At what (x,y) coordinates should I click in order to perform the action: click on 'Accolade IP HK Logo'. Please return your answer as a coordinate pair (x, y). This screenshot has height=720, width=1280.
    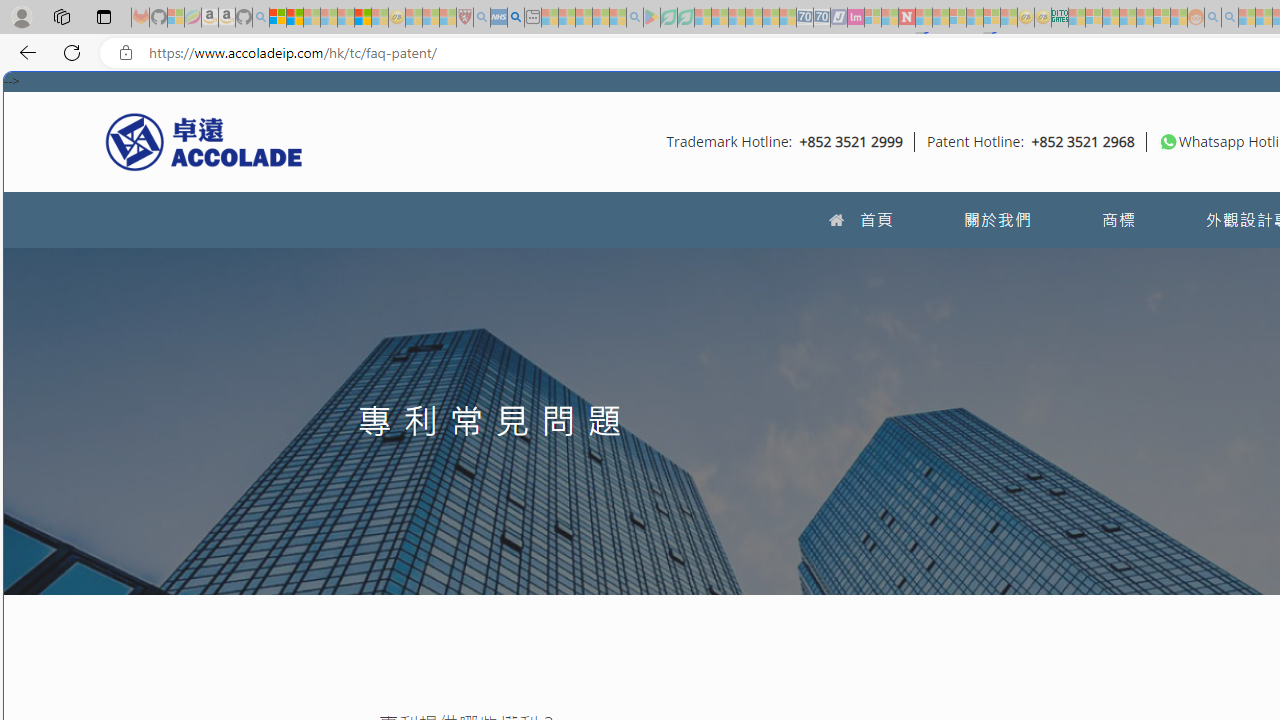
    Looking at the image, I should click on (204, 140).